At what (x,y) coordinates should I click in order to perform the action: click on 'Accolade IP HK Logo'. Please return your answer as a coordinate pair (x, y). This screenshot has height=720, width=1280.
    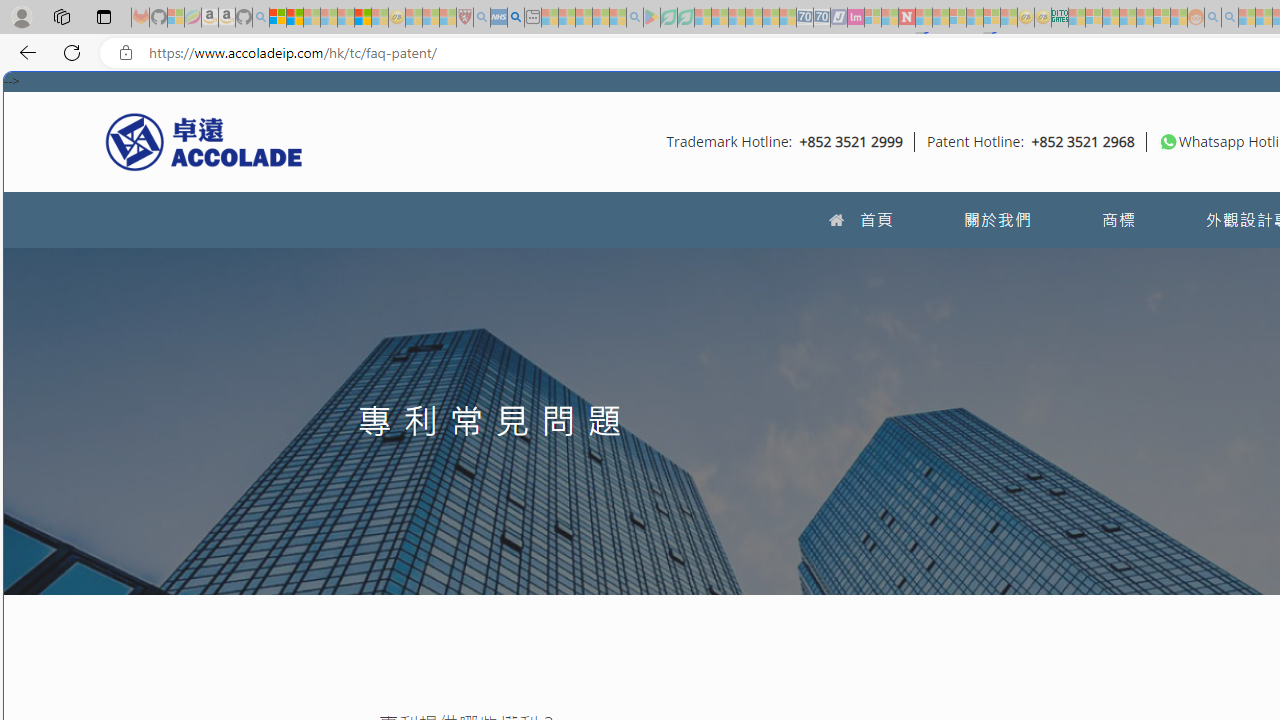
    Looking at the image, I should click on (204, 140).